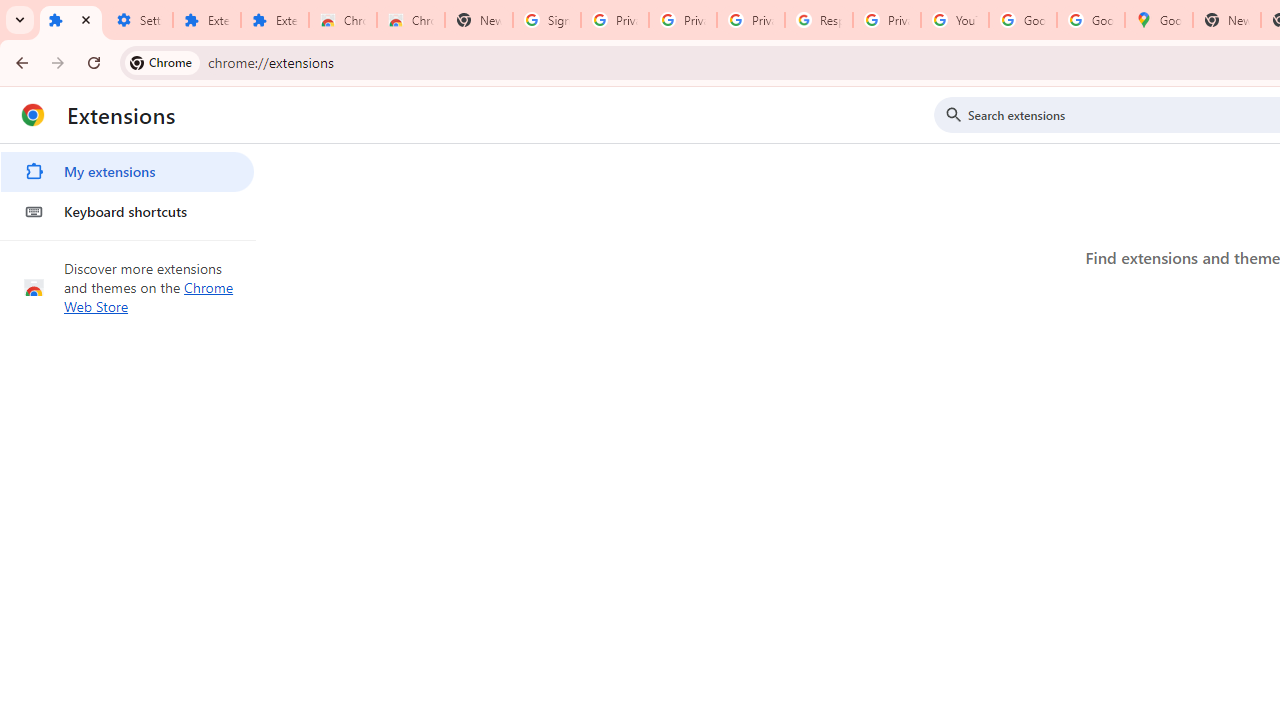 The height and width of the screenshot is (720, 1280). I want to click on 'Keyboard shortcuts', so click(126, 212).